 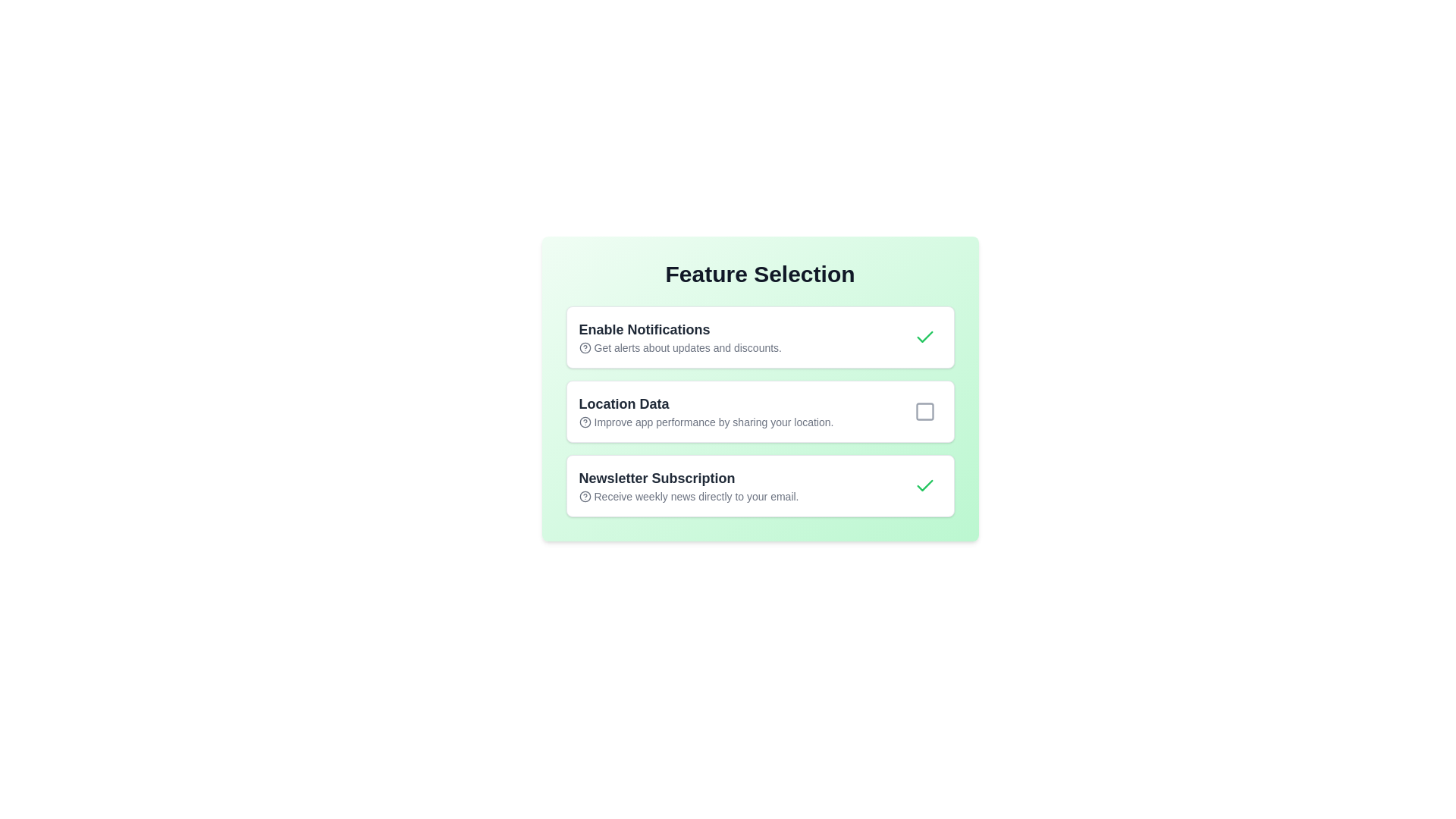 What do you see at coordinates (584, 348) in the screenshot?
I see `the Help Icon located to the left of the text 'Get alerts about updates and discounts.' within the 'Enable Notifications' section` at bounding box center [584, 348].